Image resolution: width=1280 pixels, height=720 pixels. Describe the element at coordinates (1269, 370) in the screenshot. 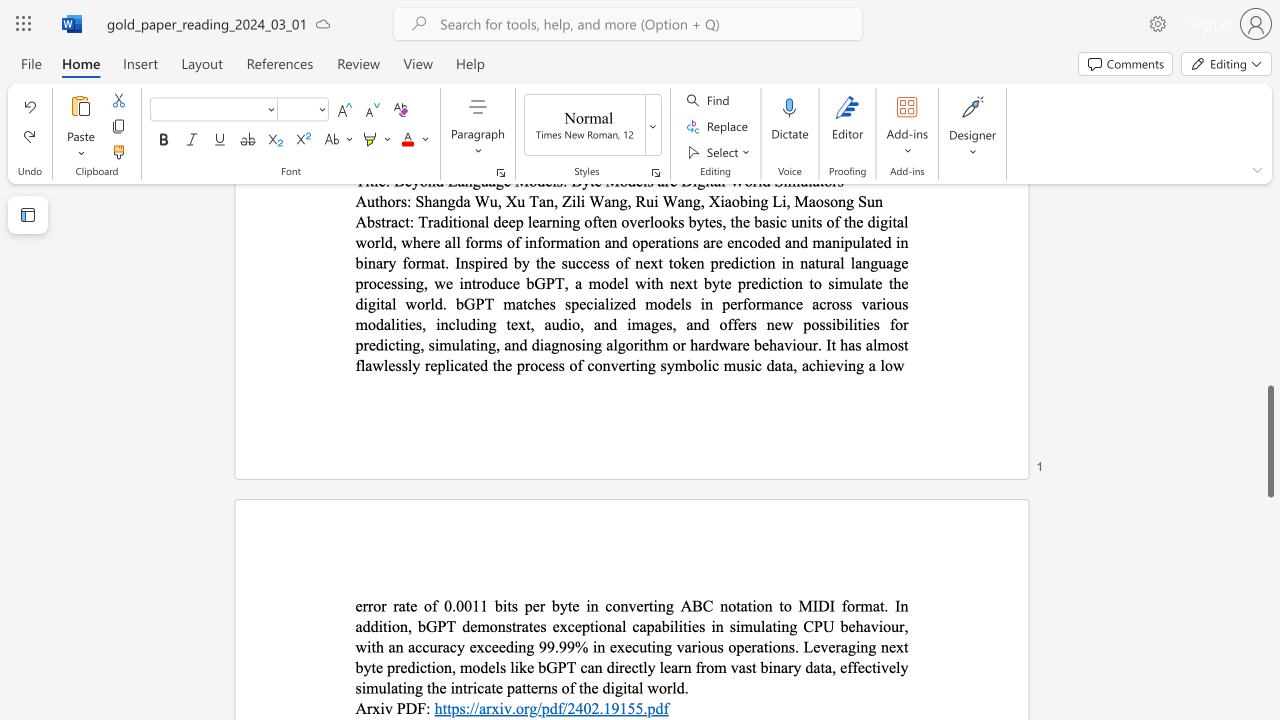

I see `the scrollbar on the right side to scroll the page up` at that location.